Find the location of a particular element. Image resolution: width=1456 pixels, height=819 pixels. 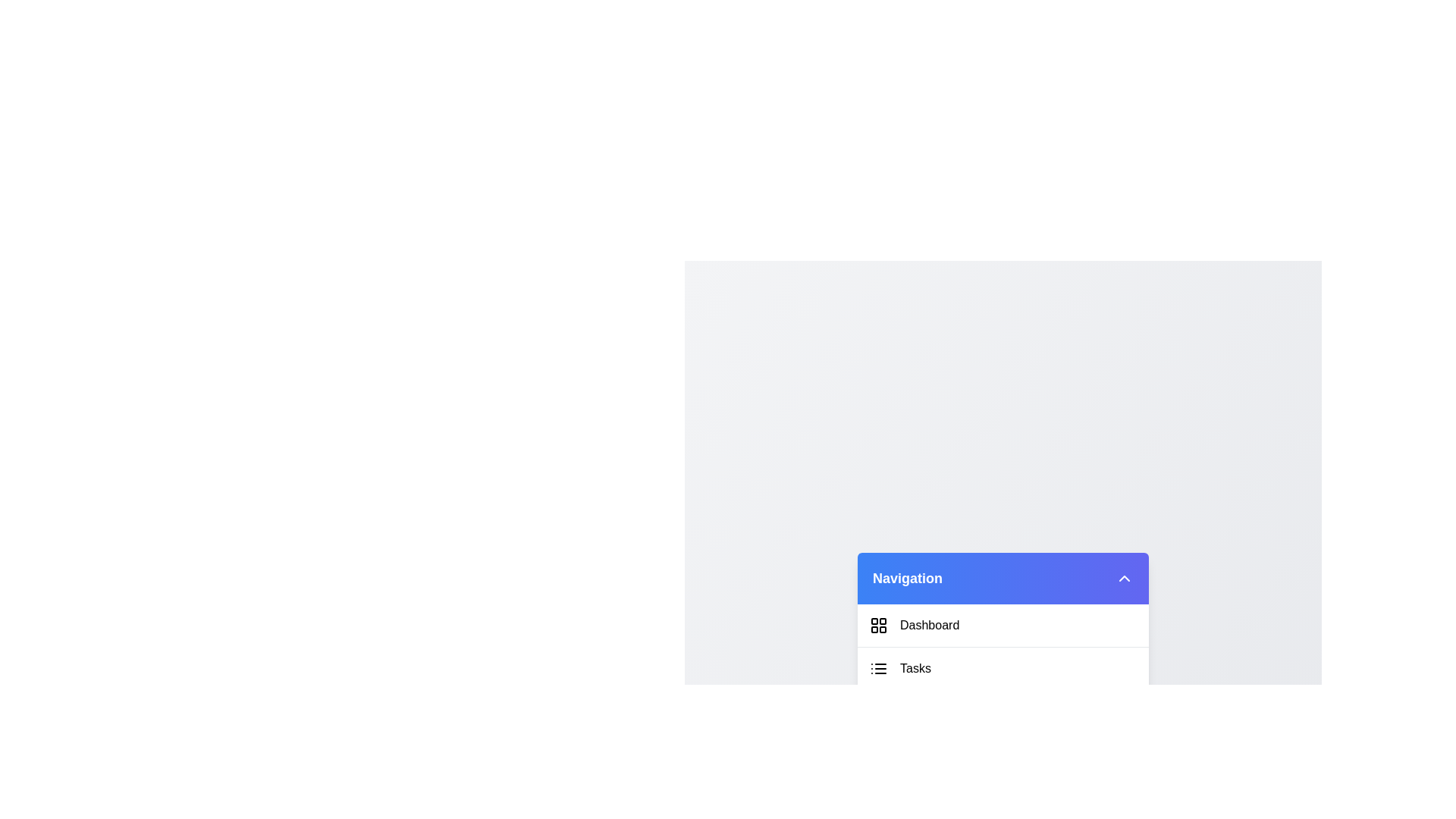

the menu item labeled Dashboard is located at coordinates (910, 605).